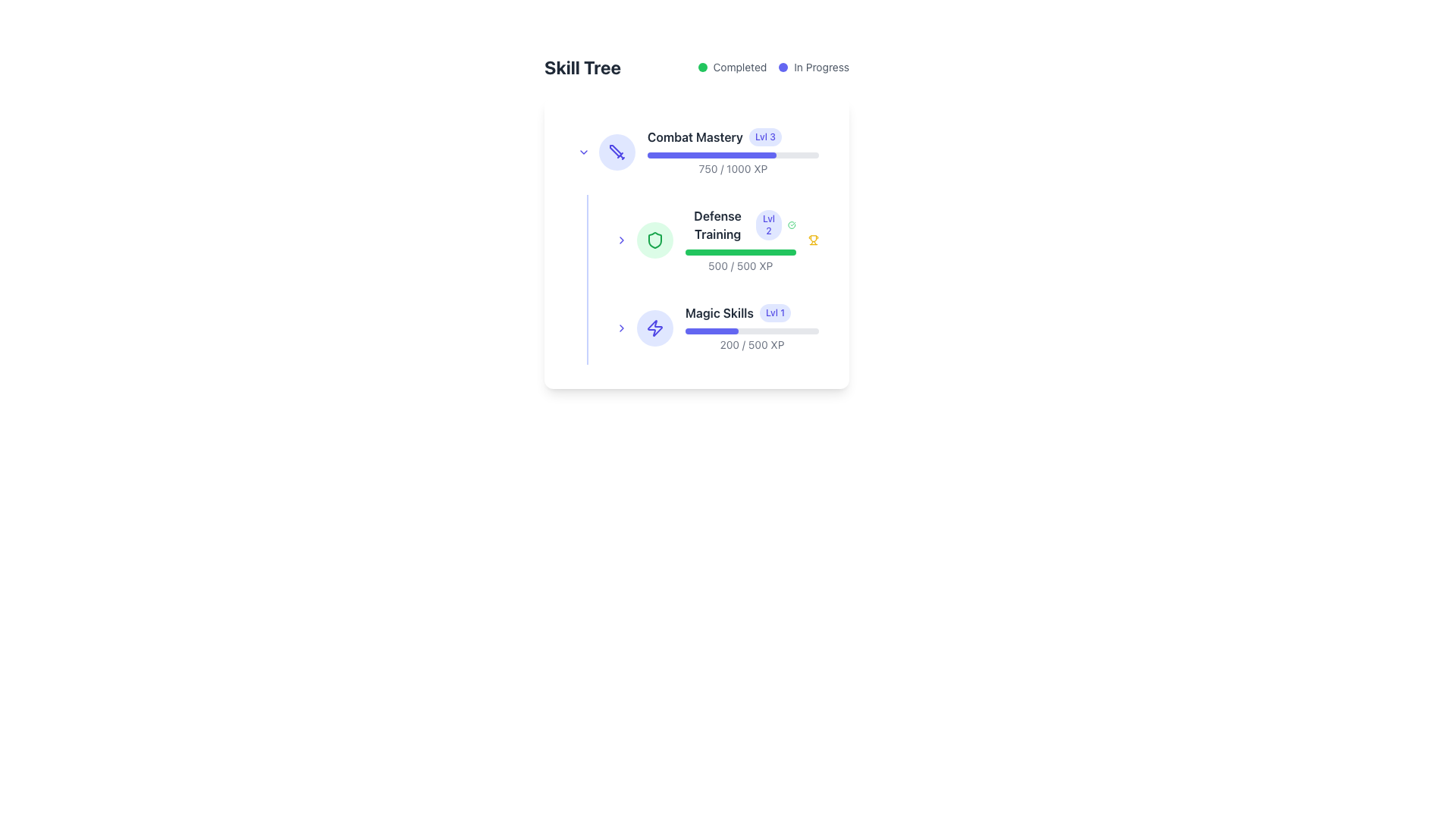 The width and height of the screenshot is (1456, 819). Describe the element at coordinates (715, 239) in the screenshot. I see `the 'Defense Training' skill card, which is the second item in the skill tree list, positioned under 'Combat Mastery' and above 'Magic Skills'` at that location.